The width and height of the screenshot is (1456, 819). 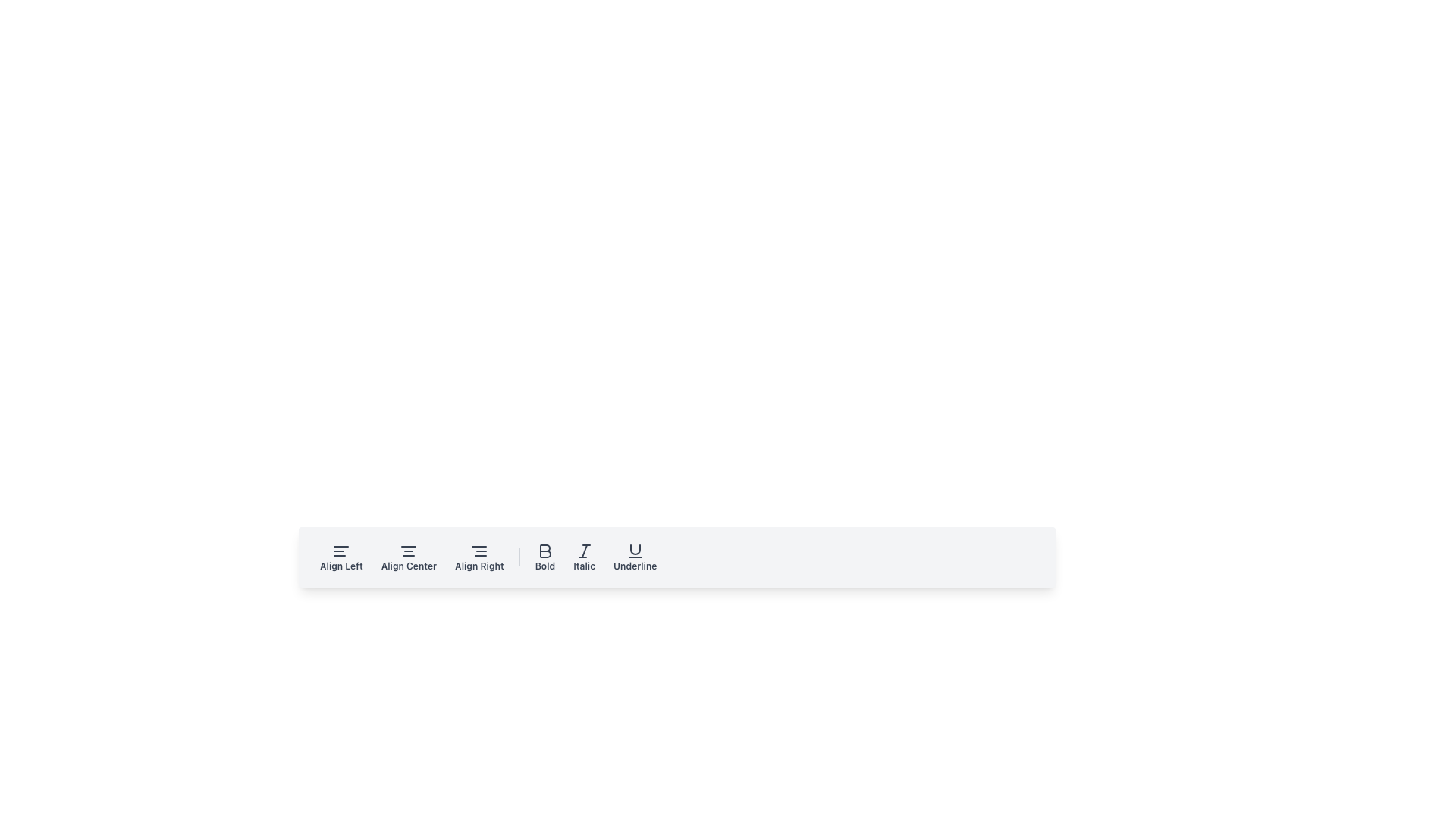 What do you see at coordinates (583, 566) in the screenshot?
I see `the text label displaying 'Italic' in a small, bold font located near the bottom bar of the layout` at bounding box center [583, 566].